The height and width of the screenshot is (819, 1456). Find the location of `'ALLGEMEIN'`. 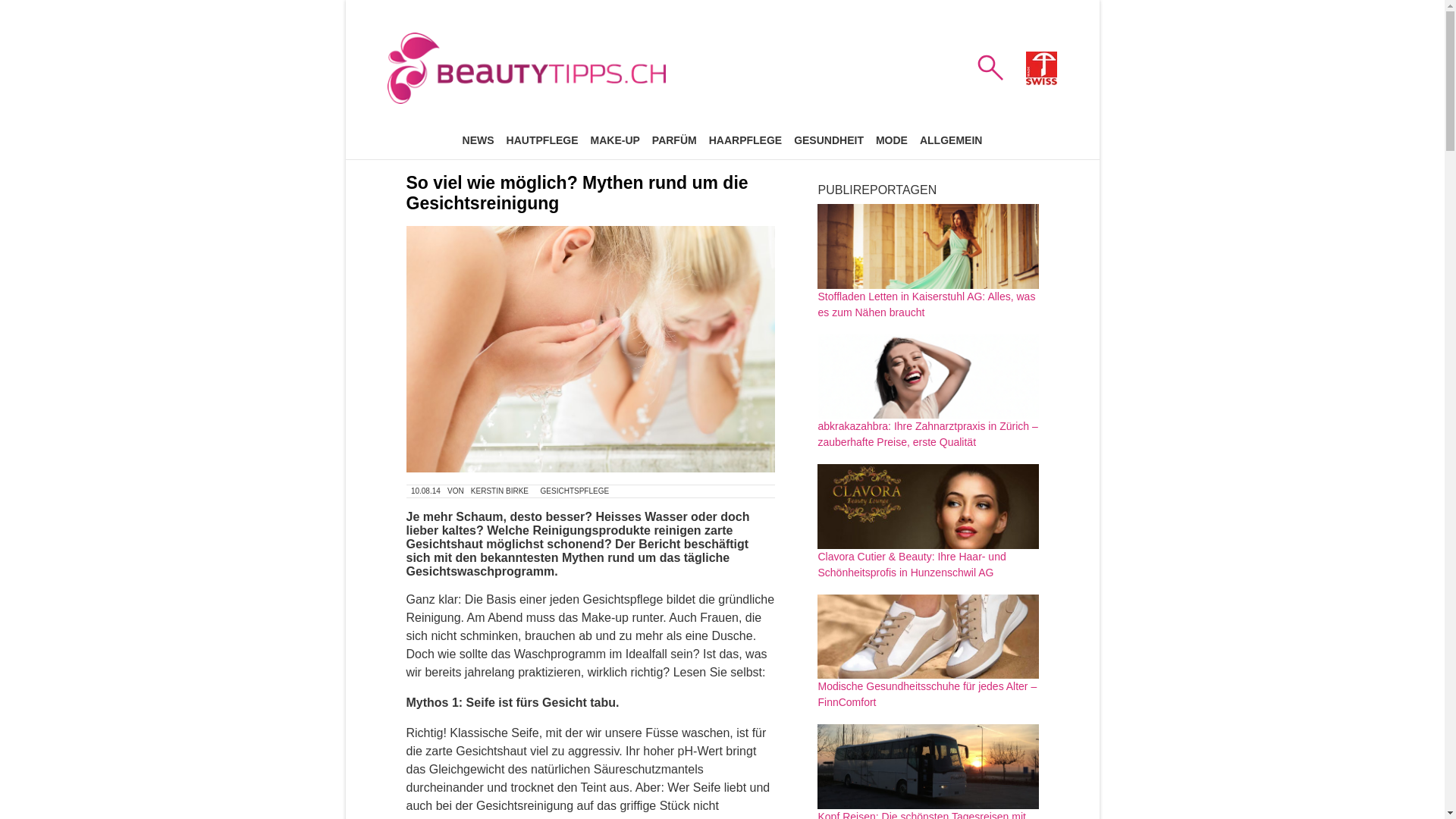

'ALLGEMEIN' is located at coordinates (949, 140).